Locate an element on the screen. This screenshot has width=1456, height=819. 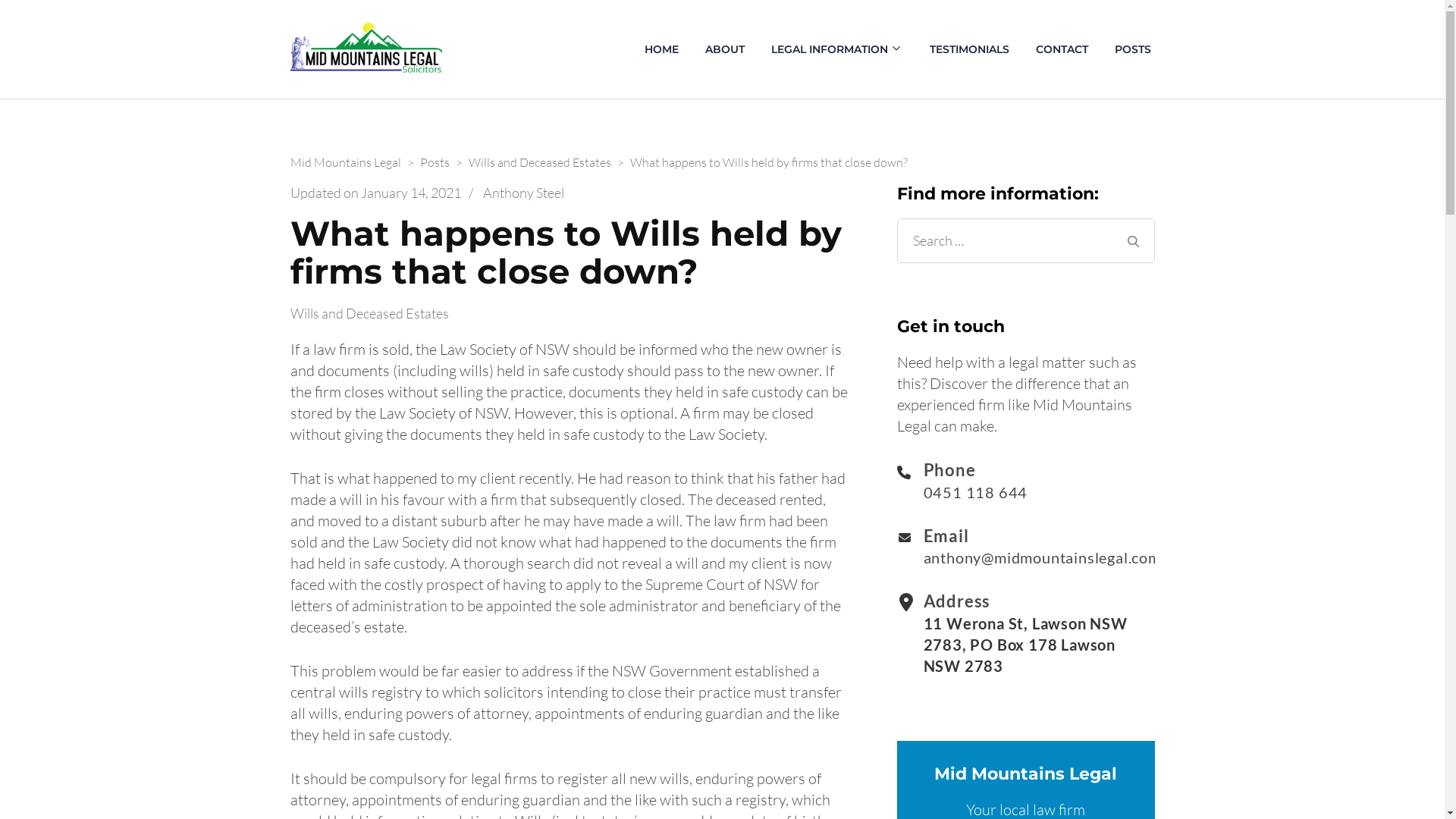
'CONTACT' is located at coordinates (1060, 49).